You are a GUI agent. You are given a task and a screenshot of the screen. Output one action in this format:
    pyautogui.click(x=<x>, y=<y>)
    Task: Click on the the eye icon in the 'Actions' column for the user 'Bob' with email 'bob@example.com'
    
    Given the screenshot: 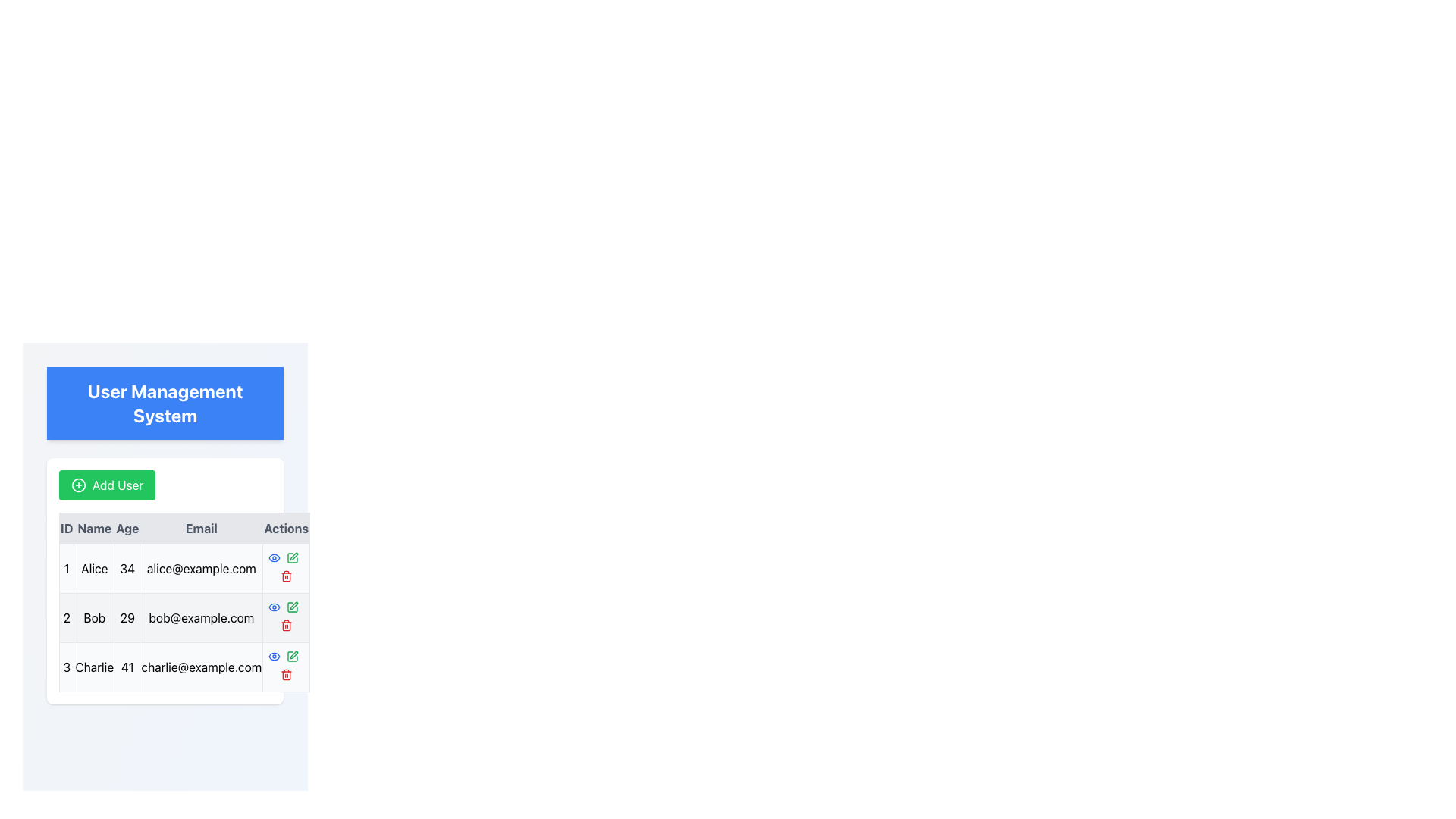 What is the action you would take?
    pyautogui.click(x=274, y=558)
    